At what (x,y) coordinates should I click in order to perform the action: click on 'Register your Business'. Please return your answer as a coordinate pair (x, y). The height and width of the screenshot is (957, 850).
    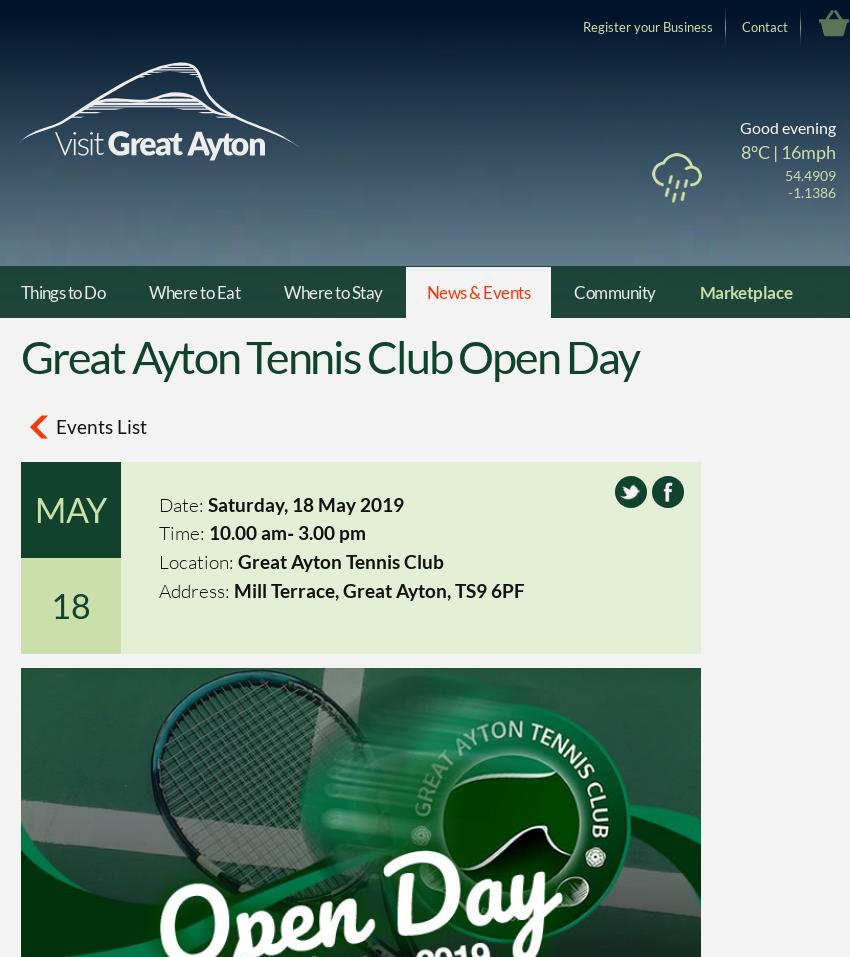
    Looking at the image, I should click on (647, 25).